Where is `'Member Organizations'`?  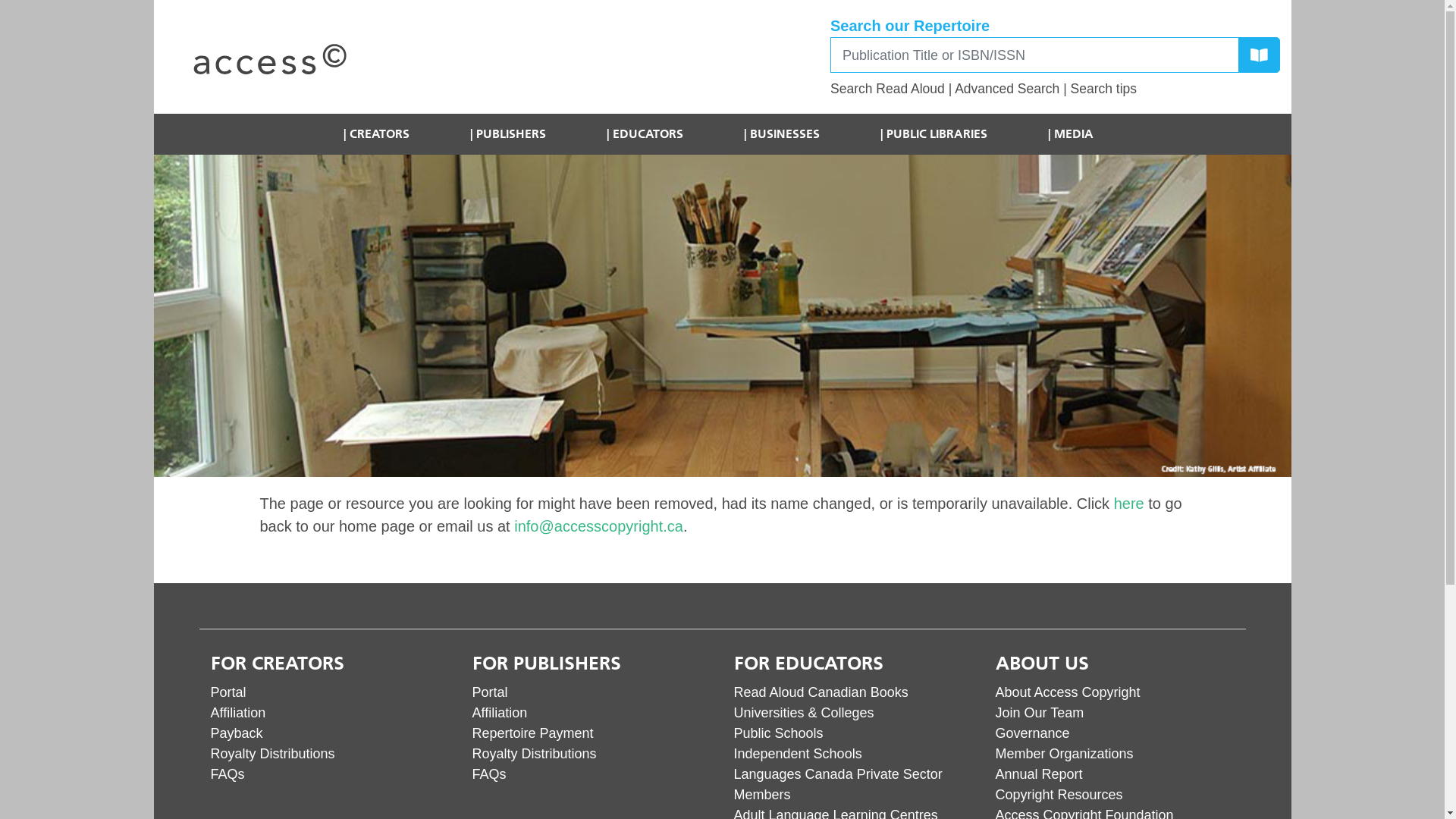 'Member Organizations' is located at coordinates (1062, 754).